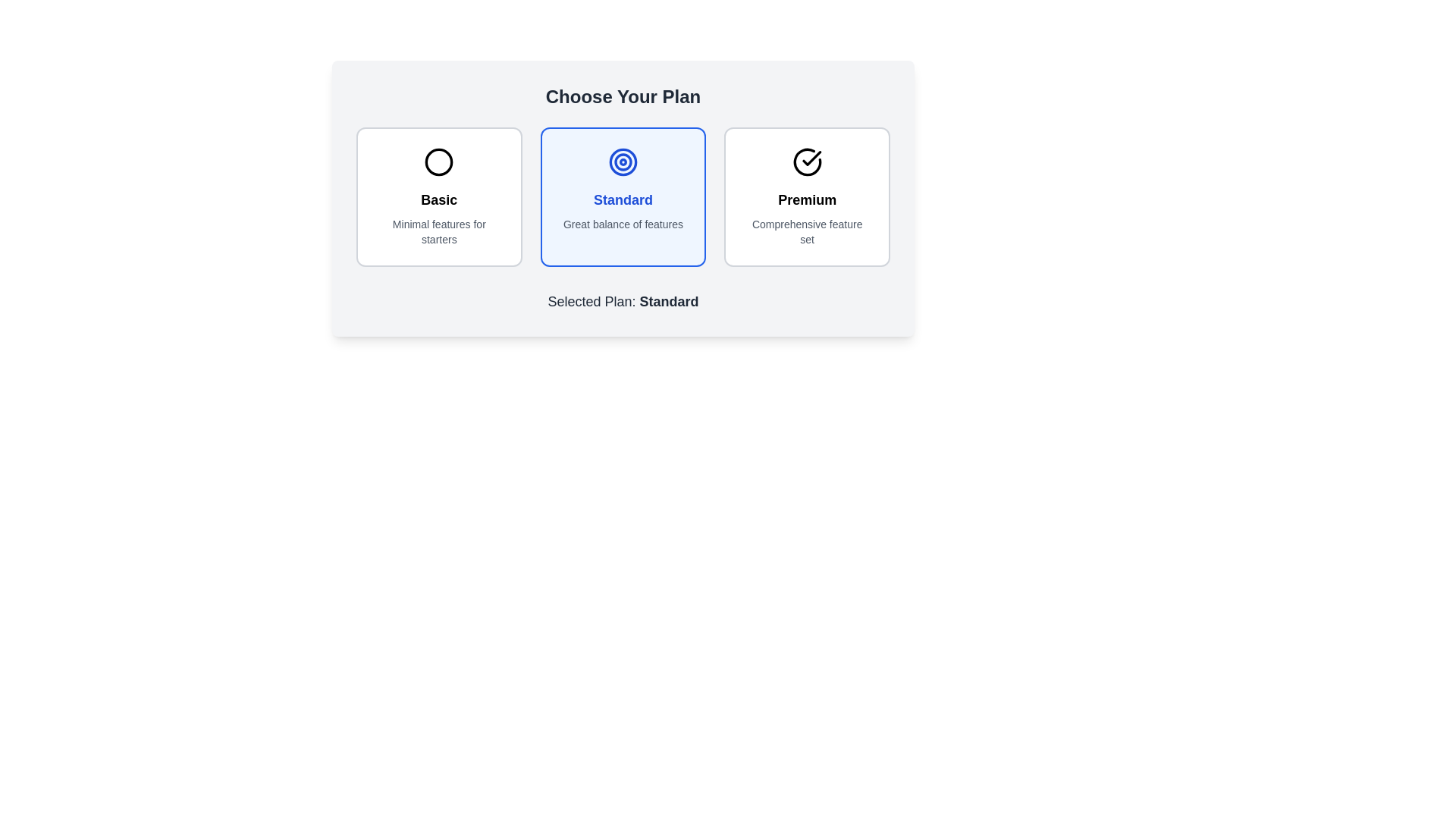 The height and width of the screenshot is (819, 1456). What do you see at coordinates (623, 198) in the screenshot?
I see `the highlighted 'Standard' plan option in the 'Choose Your Plan' selection area` at bounding box center [623, 198].